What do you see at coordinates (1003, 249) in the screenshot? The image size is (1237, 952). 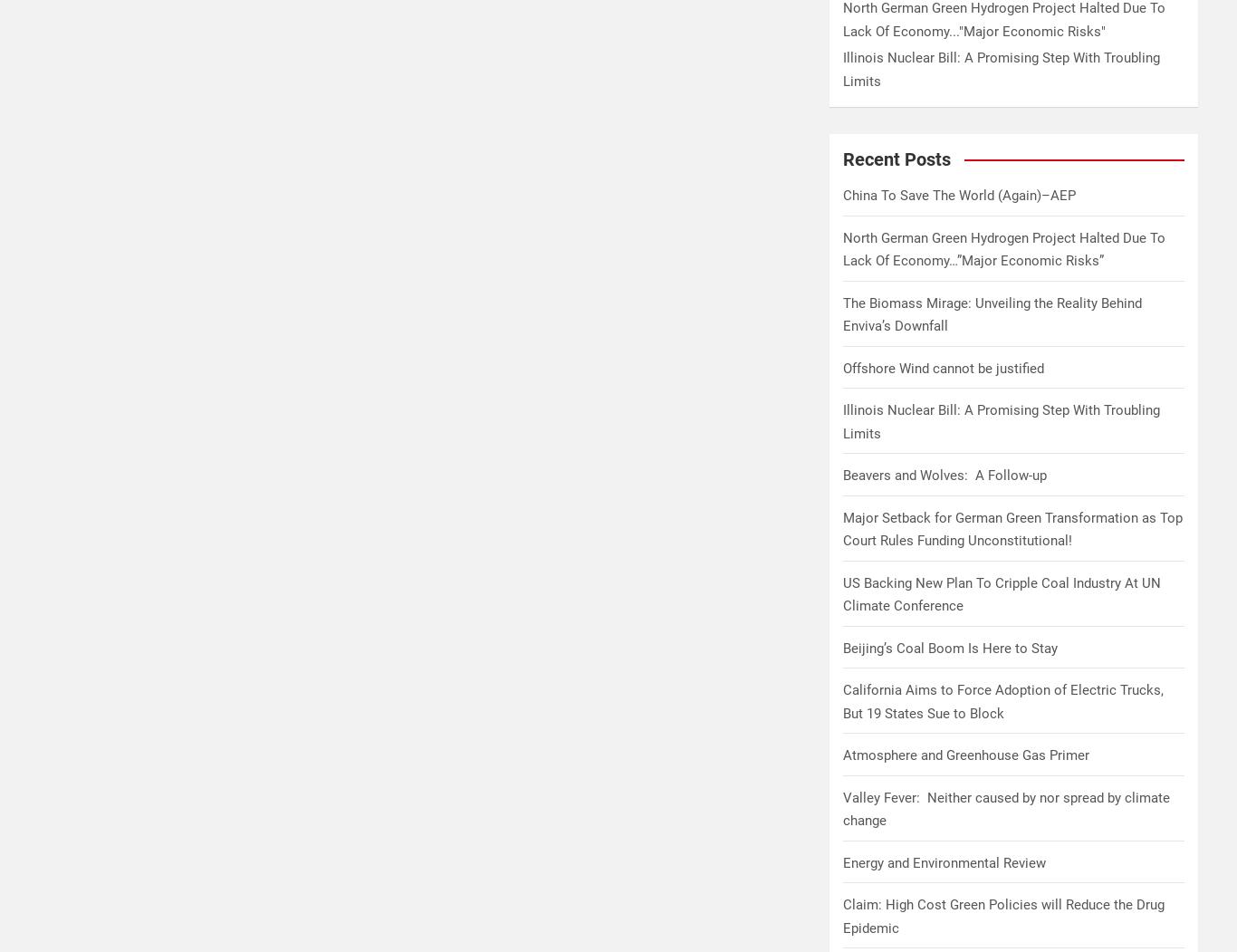 I see `'North German Green Hydrogen Project Halted Due To Lack Of Economy…”Major Economic Risks”'` at bounding box center [1003, 249].